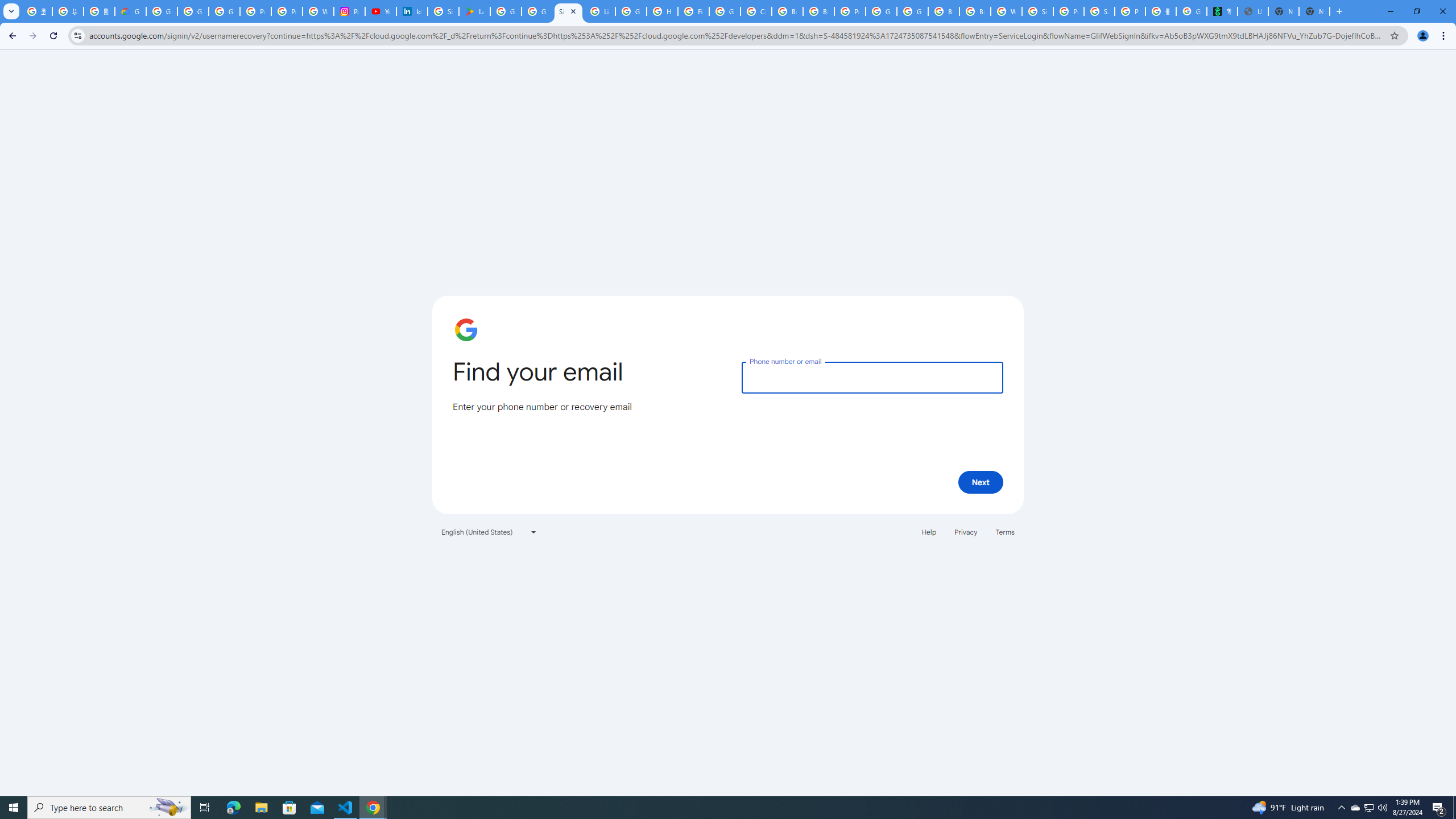 The height and width of the screenshot is (819, 1456). What do you see at coordinates (474, 11) in the screenshot?
I see `'Last Shelter: Survival - Apps on Google Play'` at bounding box center [474, 11].